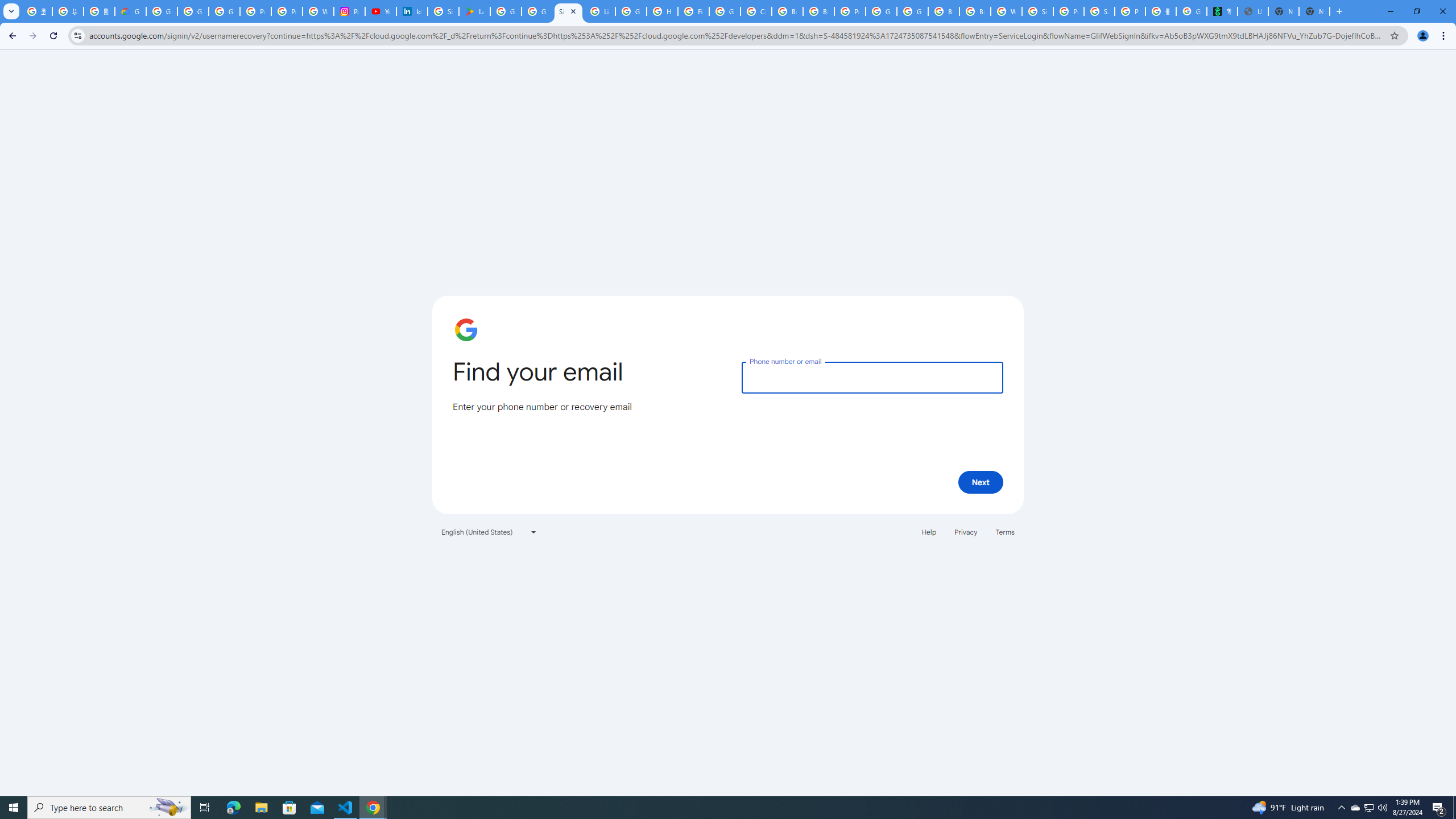 The height and width of the screenshot is (819, 1456). What do you see at coordinates (474, 11) in the screenshot?
I see `'Last Shelter: Survival - Apps on Google Play'` at bounding box center [474, 11].